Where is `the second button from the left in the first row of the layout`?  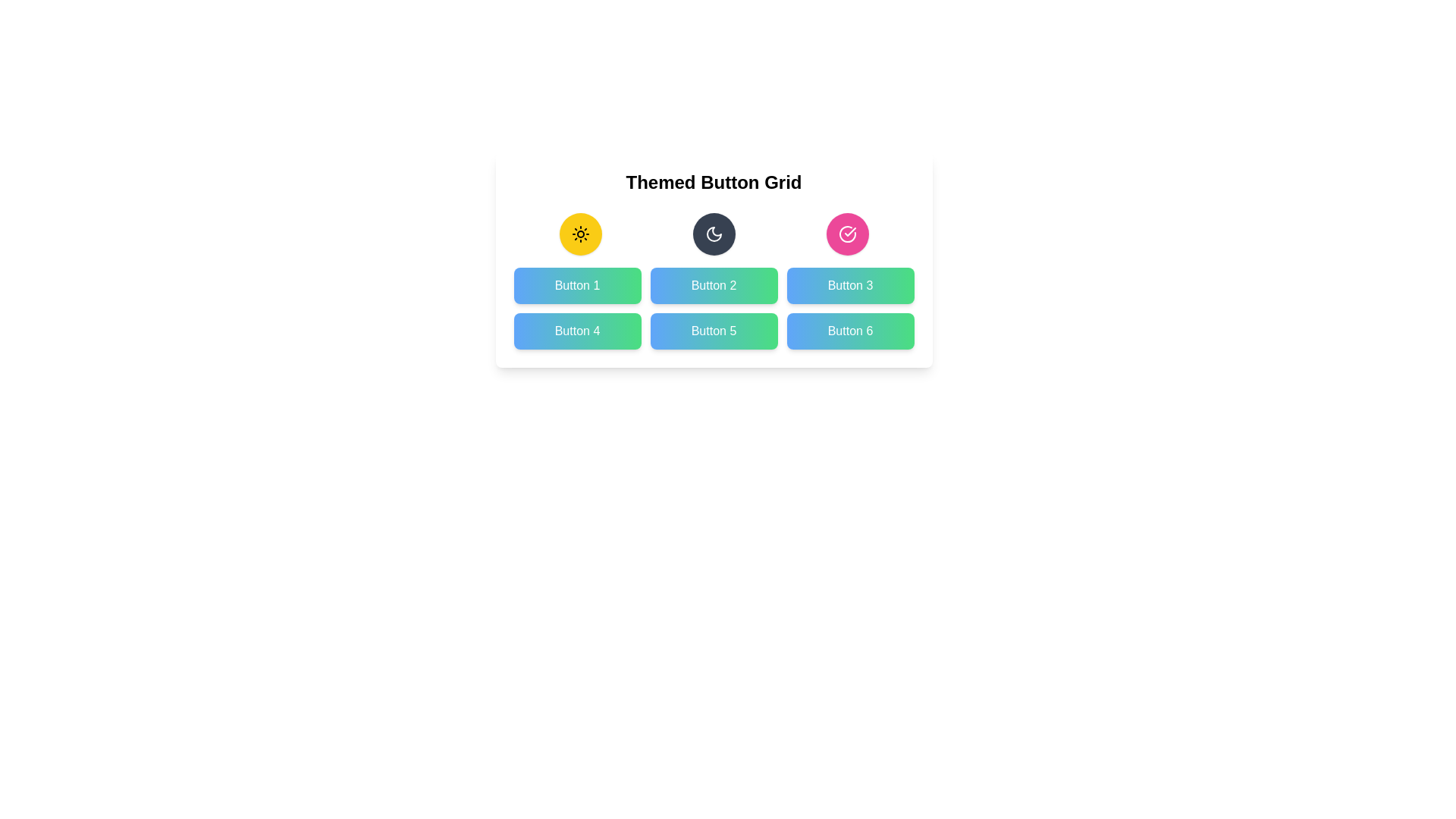 the second button from the left in the first row of the layout is located at coordinates (713, 234).